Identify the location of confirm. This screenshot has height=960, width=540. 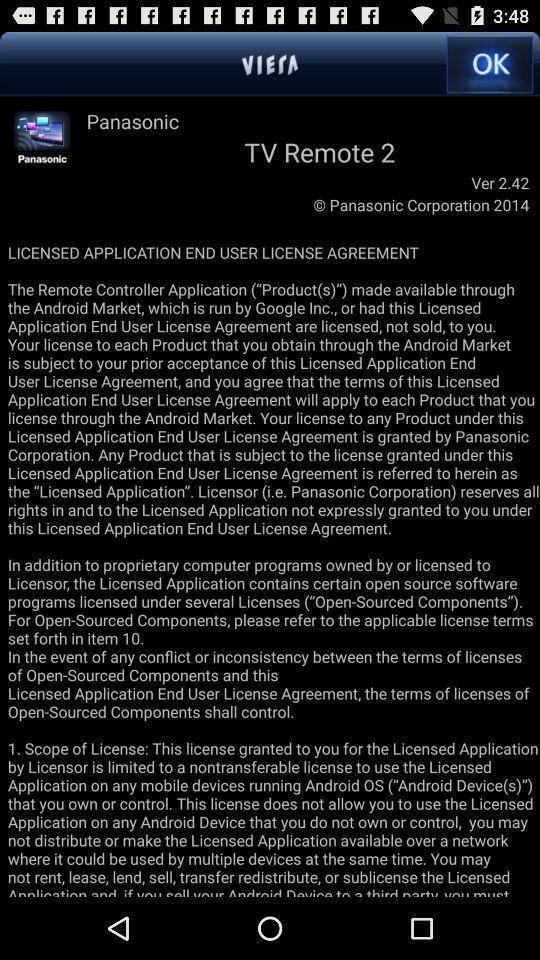
(488, 64).